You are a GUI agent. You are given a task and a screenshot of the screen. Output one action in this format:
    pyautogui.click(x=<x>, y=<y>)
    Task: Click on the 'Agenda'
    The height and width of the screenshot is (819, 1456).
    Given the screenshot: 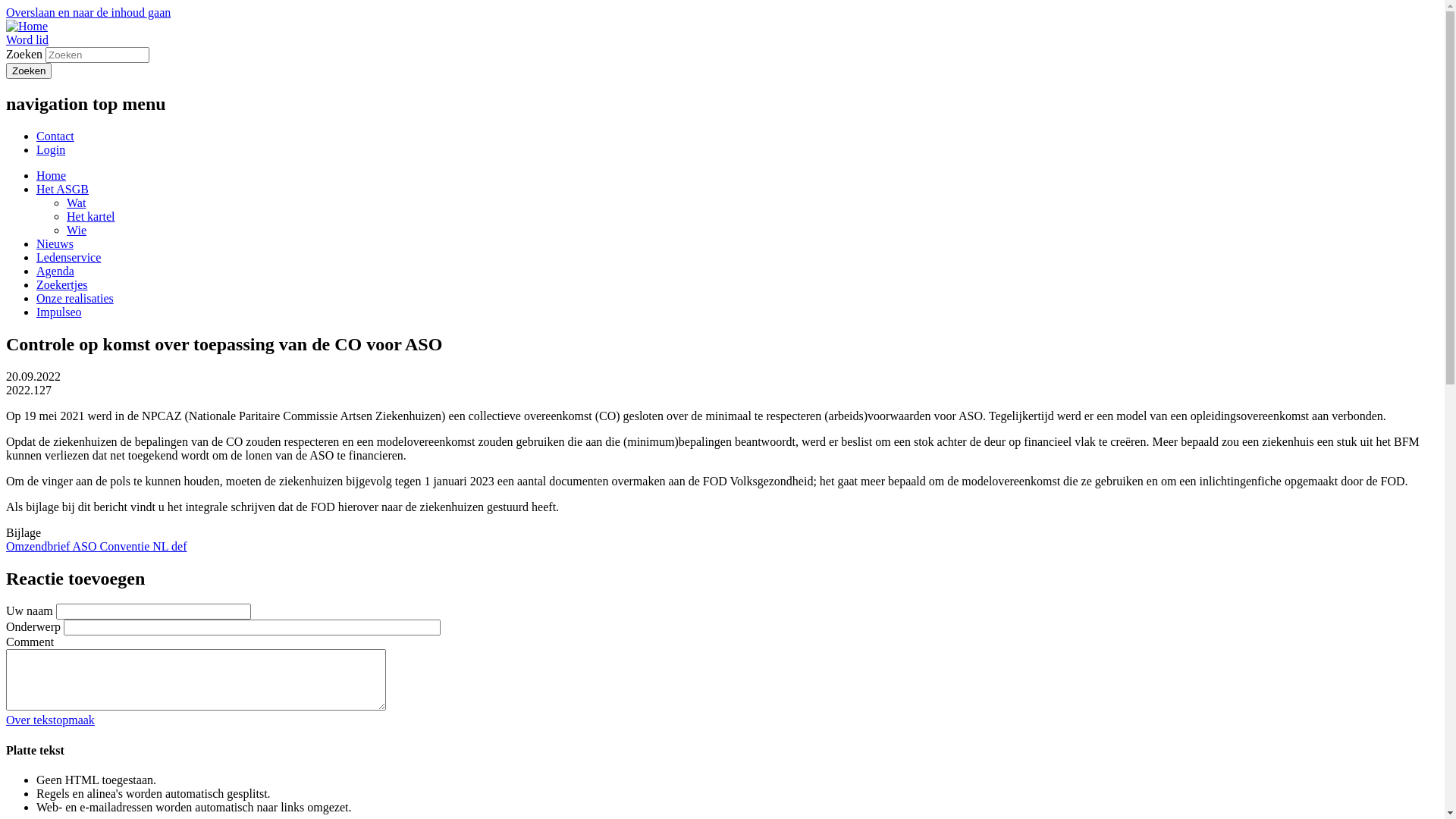 What is the action you would take?
    pyautogui.click(x=55, y=270)
    